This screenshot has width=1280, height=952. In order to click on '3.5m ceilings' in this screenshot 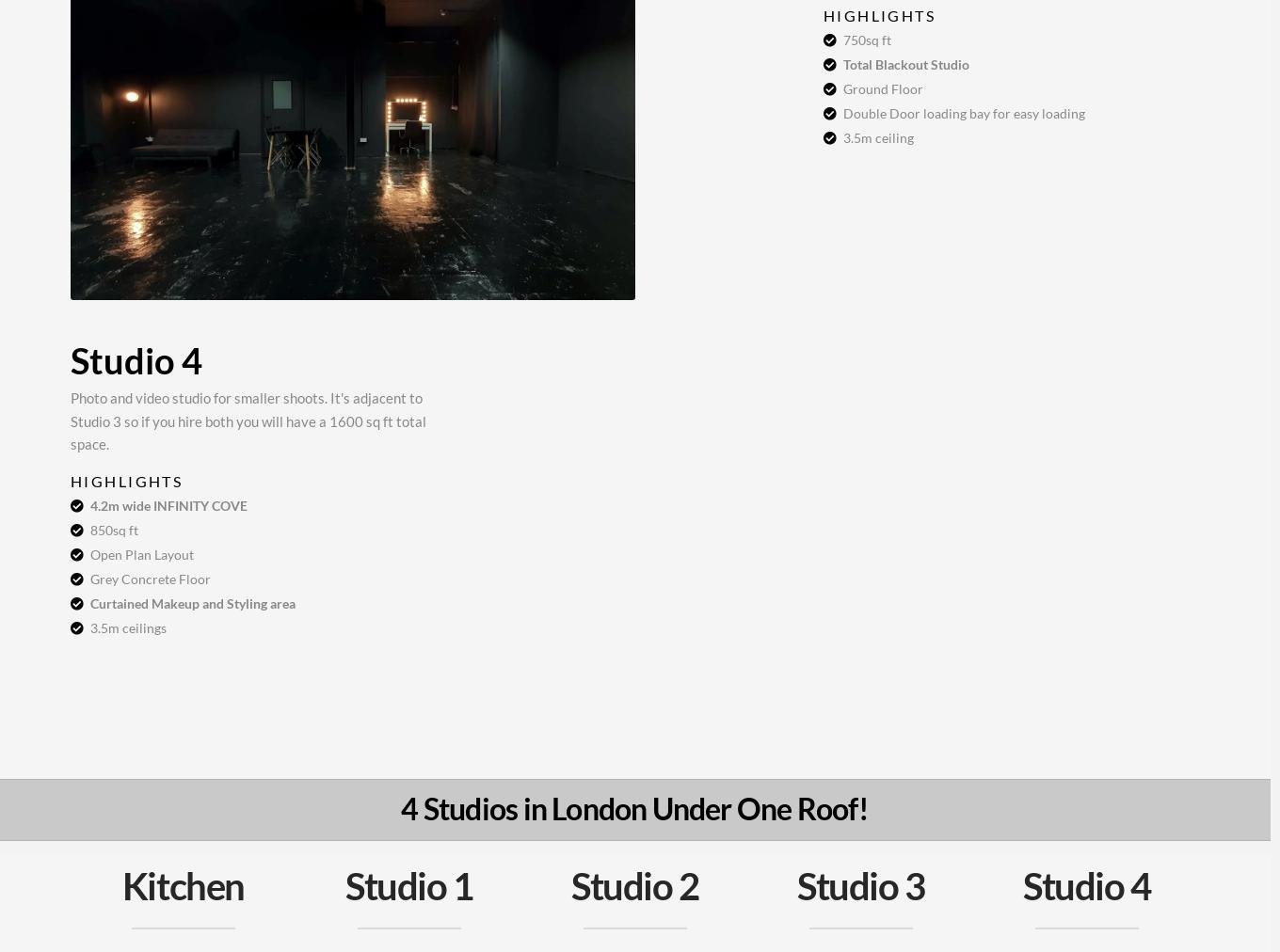, I will do `click(128, 627)`.